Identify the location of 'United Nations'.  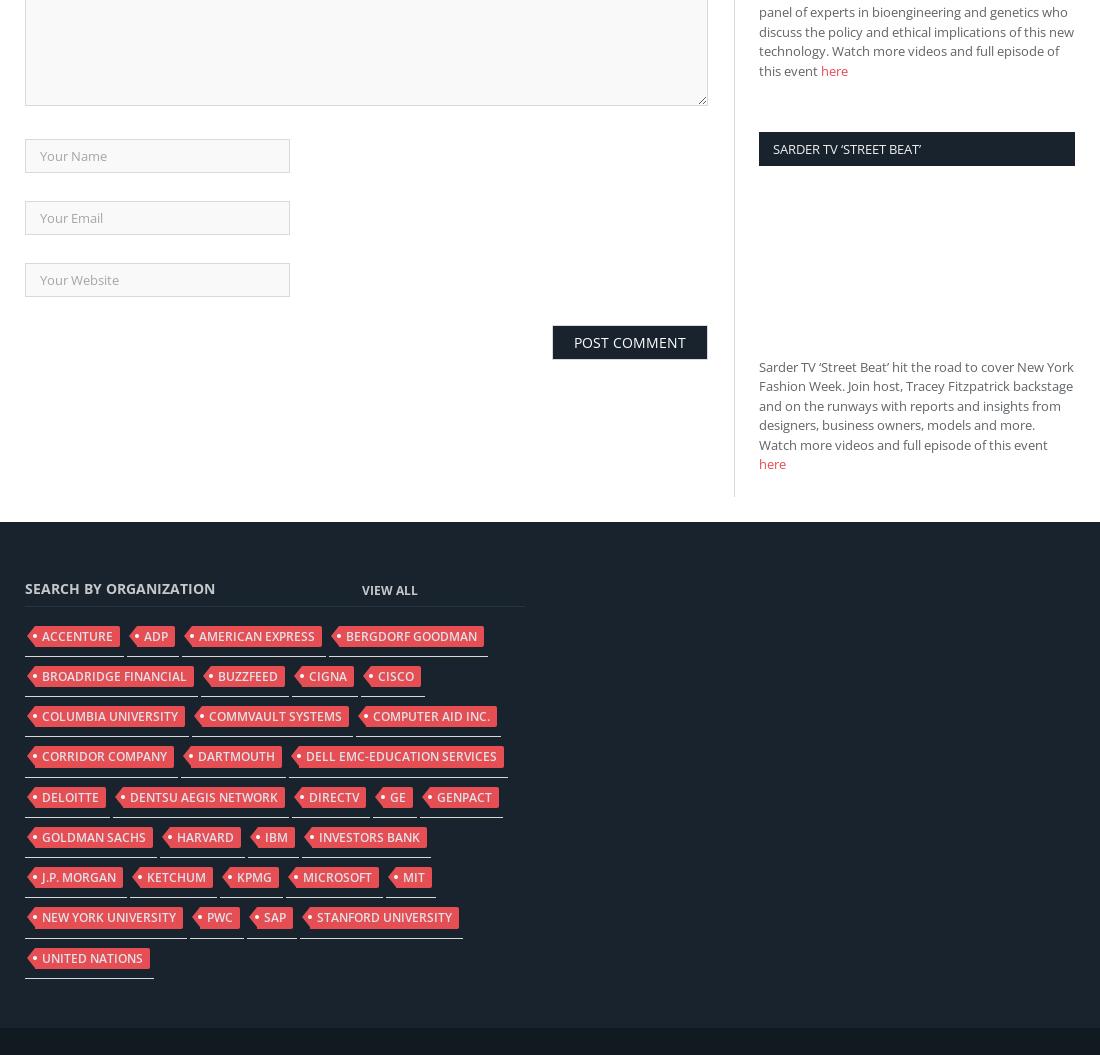
(92, 957).